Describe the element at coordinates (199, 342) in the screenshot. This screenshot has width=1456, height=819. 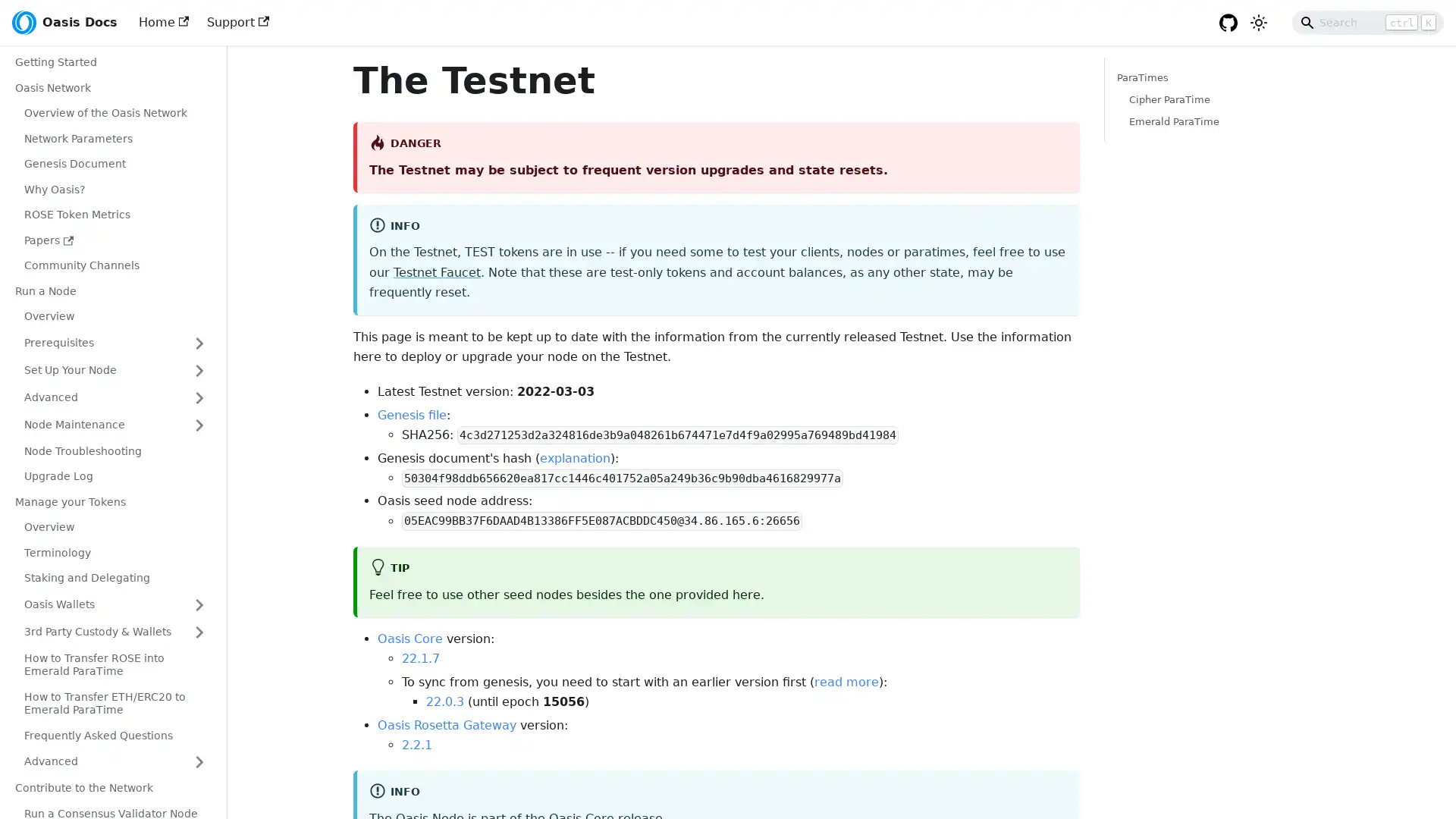
I see `Toggle the collapsible sidebar category 'Prerequisites'` at that location.